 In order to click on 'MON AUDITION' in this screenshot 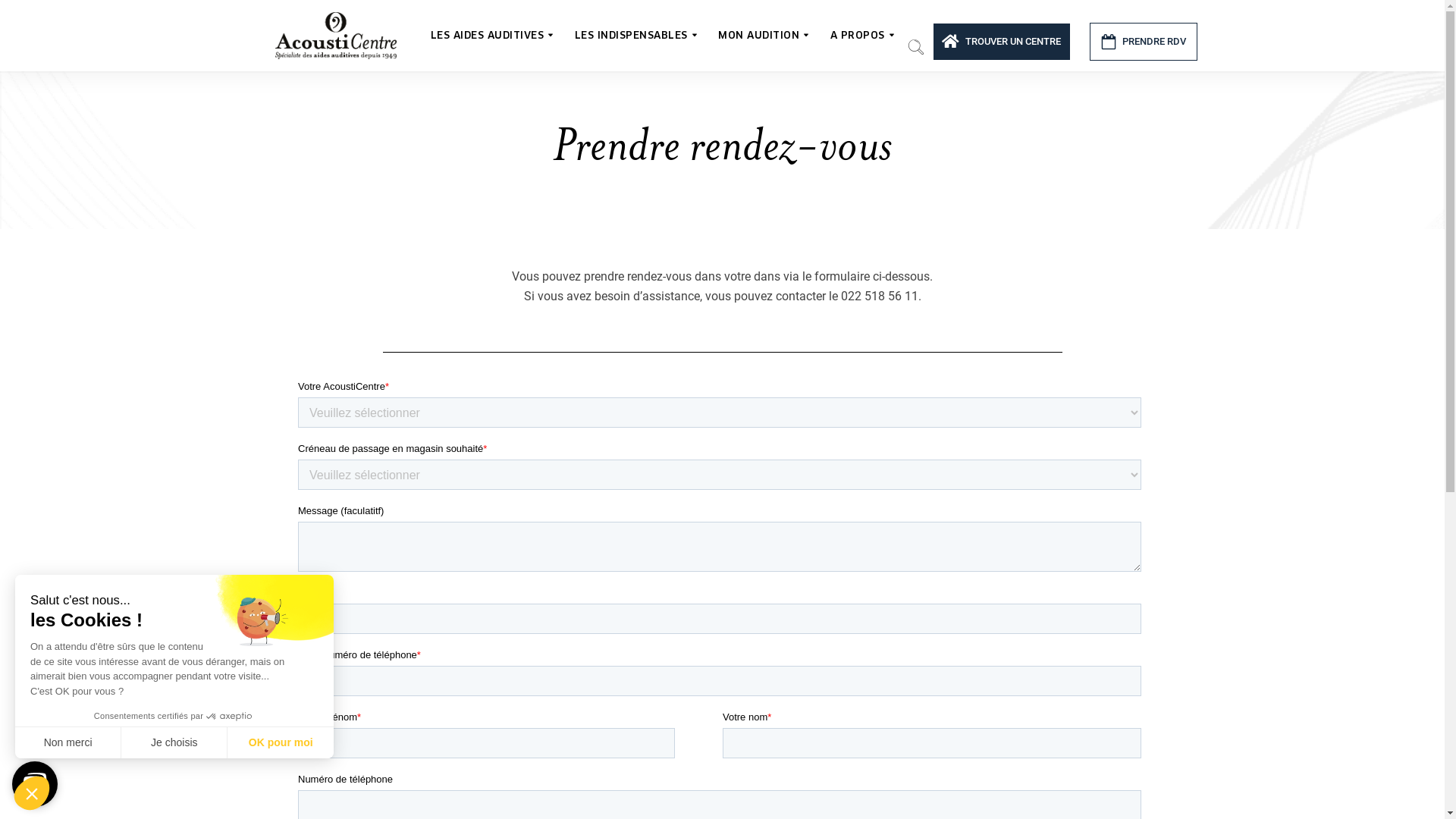, I will do `click(763, 34)`.